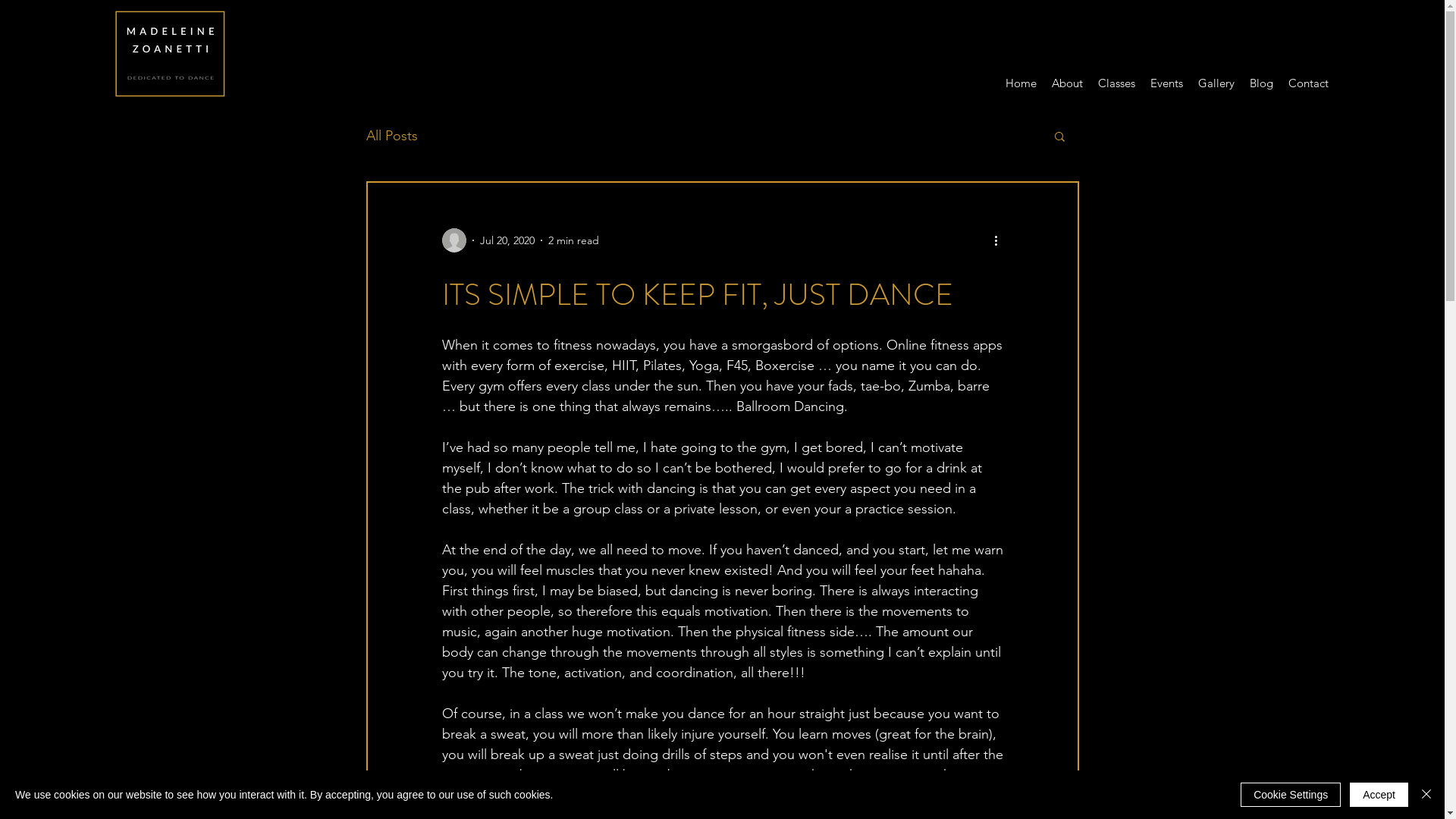  I want to click on 'Contact', so click(1307, 83).